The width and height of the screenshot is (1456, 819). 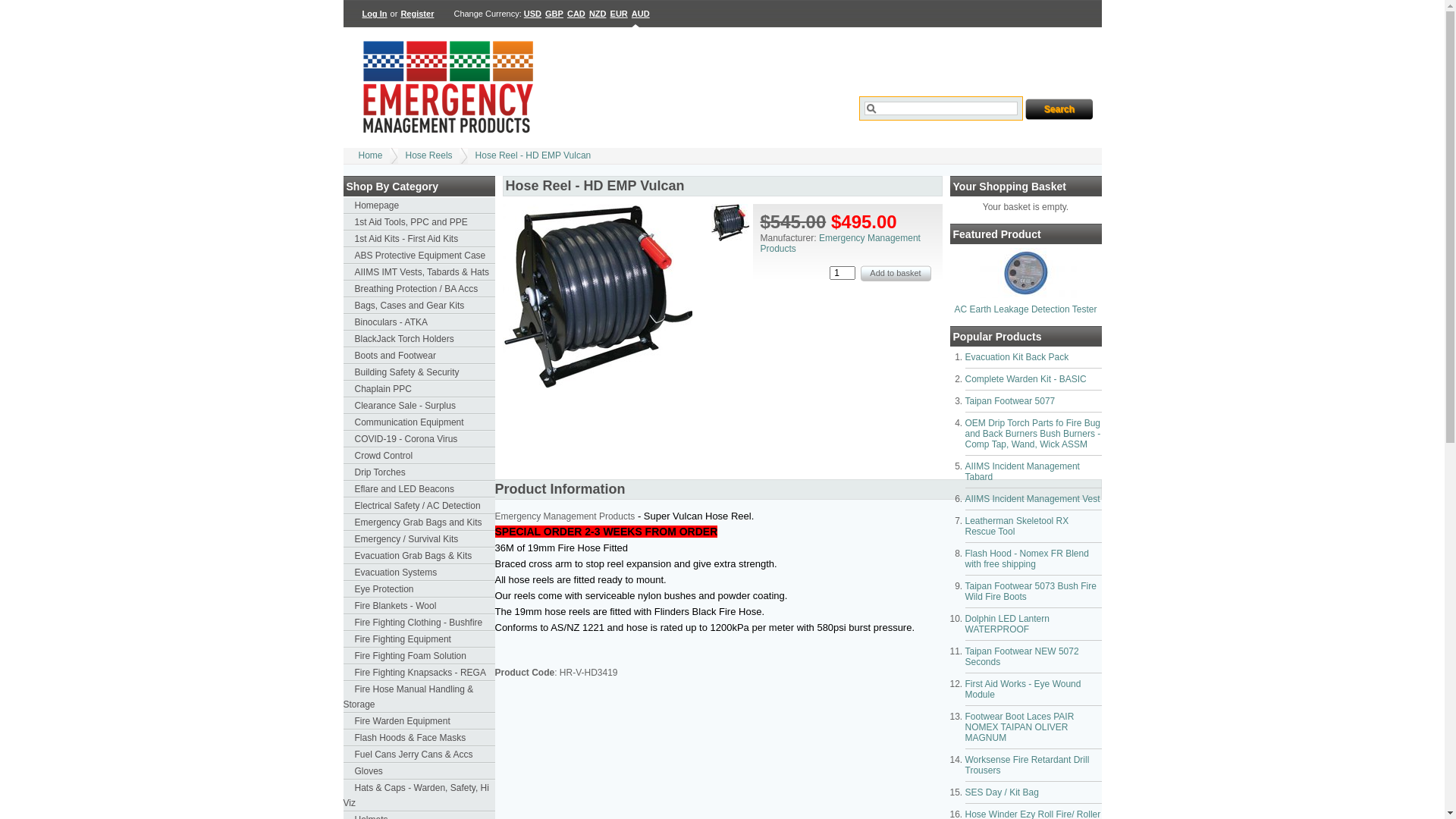 I want to click on 'Flash Hoods & Face Masks', so click(x=419, y=736).